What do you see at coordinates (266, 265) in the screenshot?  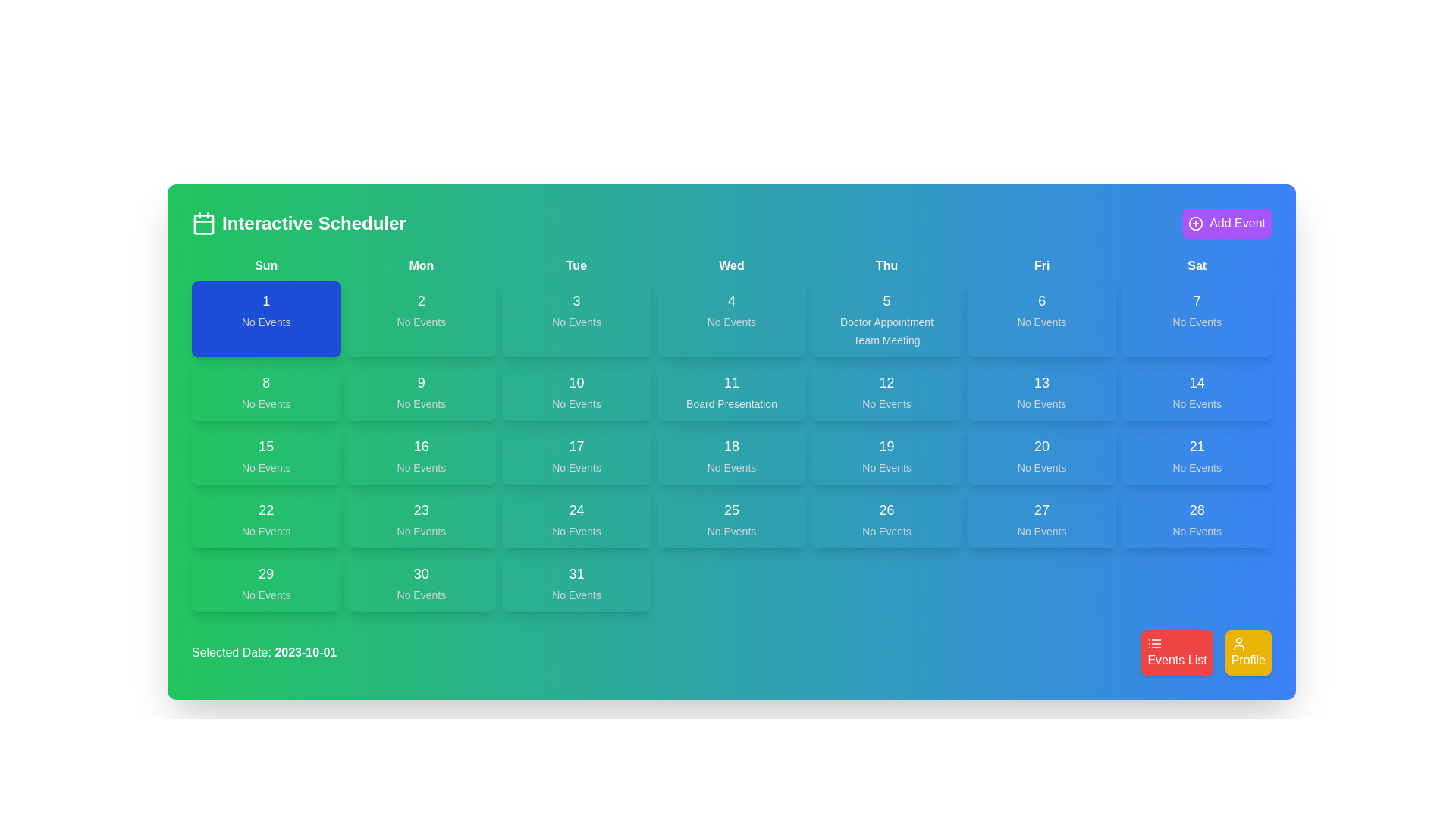 I see `the text label displaying 'Sun', which is the first day label in the row of days of the week` at bounding box center [266, 265].